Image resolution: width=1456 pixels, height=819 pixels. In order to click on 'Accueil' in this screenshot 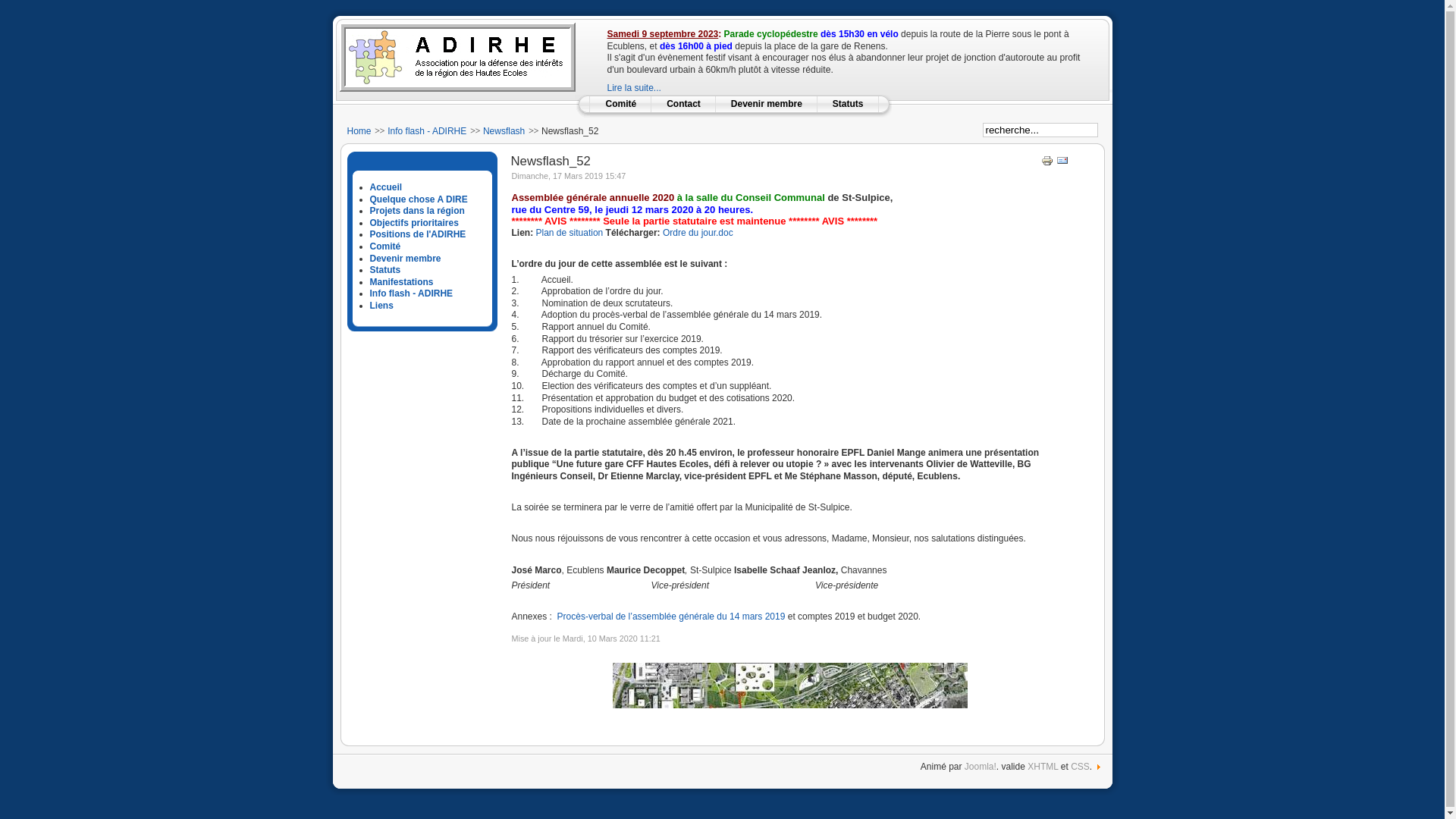, I will do `click(386, 186)`.